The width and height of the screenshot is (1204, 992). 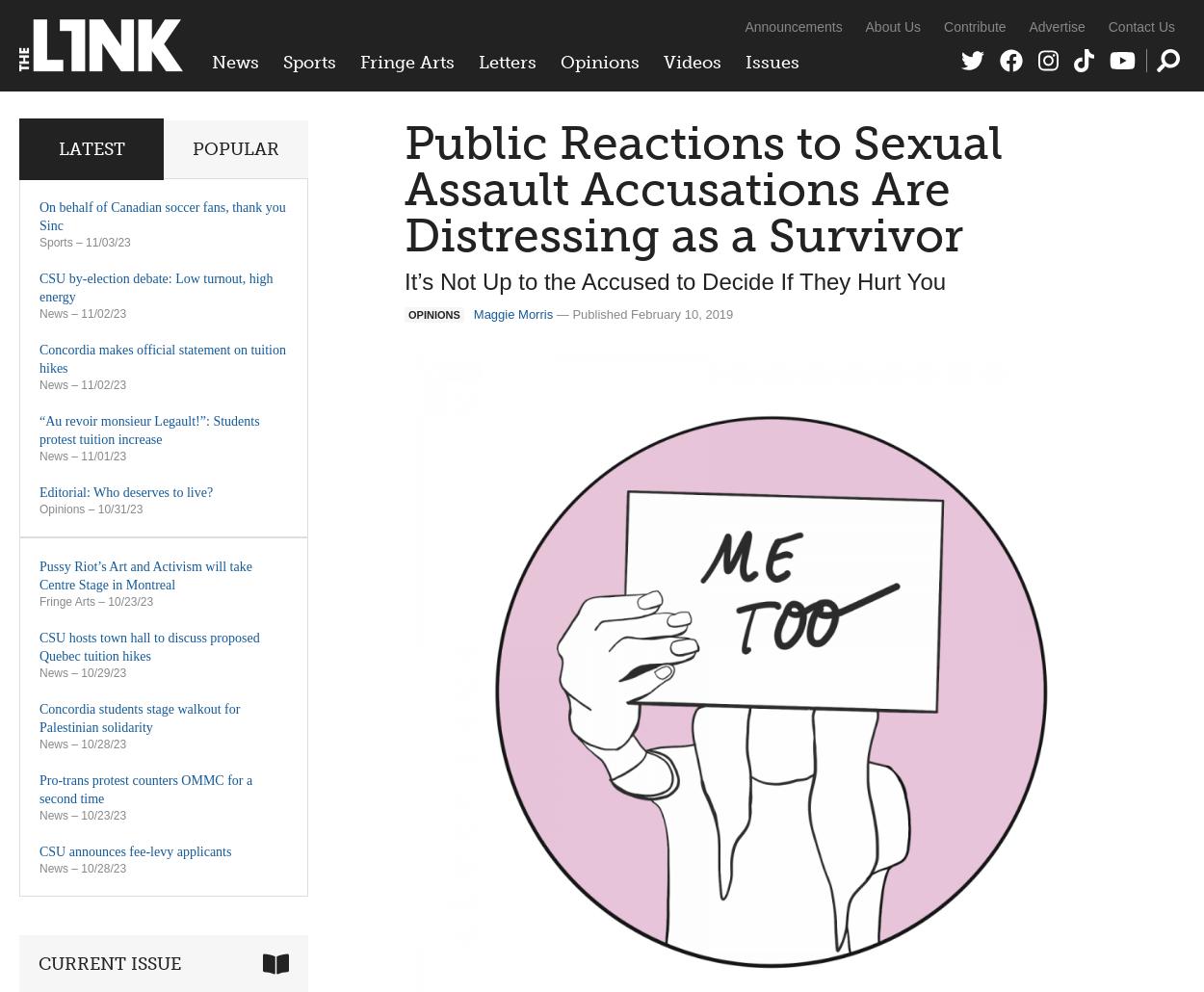 What do you see at coordinates (90, 148) in the screenshot?
I see `'Latest'` at bounding box center [90, 148].